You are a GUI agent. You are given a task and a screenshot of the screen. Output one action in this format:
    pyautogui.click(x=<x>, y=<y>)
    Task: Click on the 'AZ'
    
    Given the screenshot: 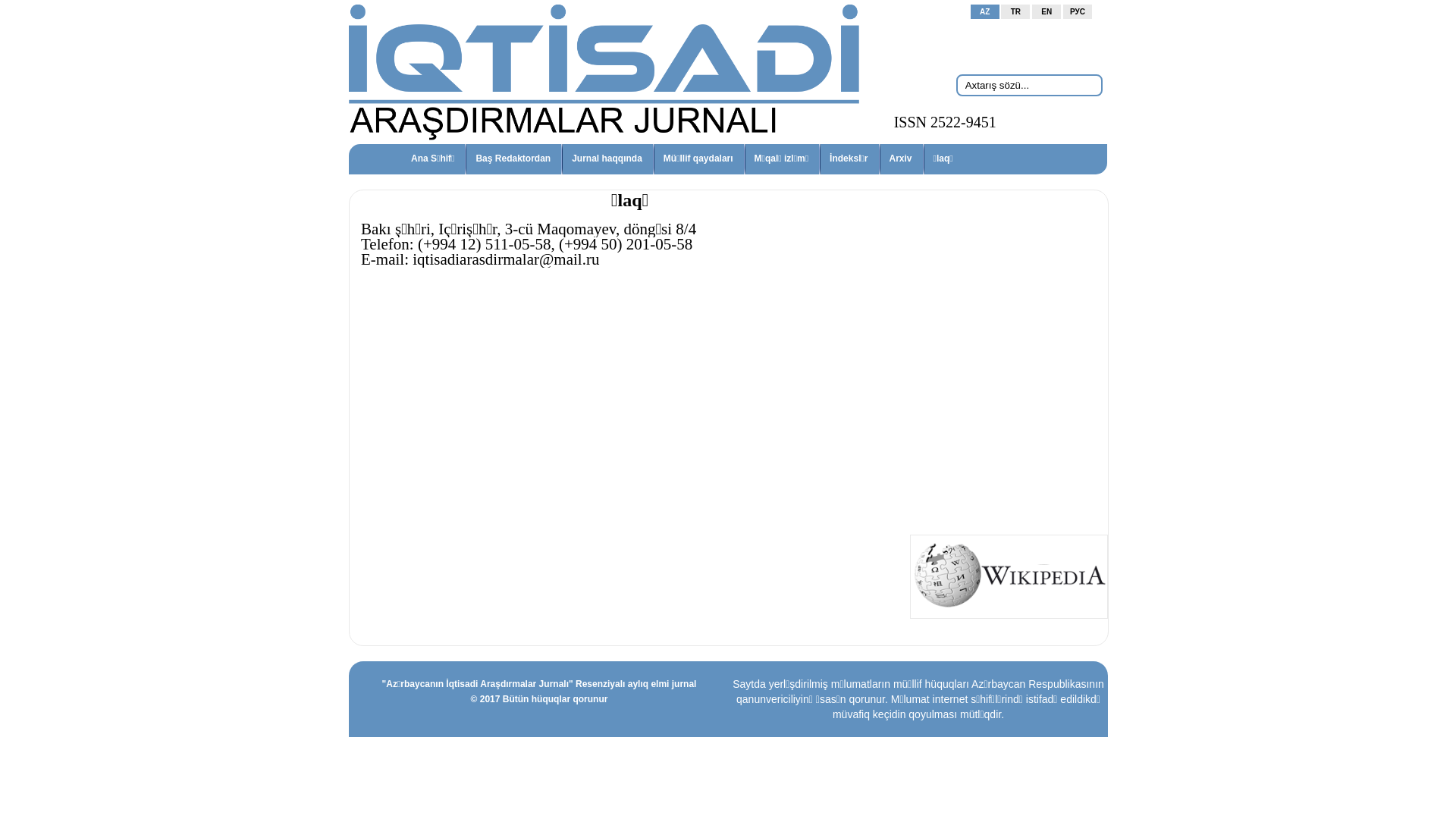 What is the action you would take?
    pyautogui.click(x=985, y=11)
    